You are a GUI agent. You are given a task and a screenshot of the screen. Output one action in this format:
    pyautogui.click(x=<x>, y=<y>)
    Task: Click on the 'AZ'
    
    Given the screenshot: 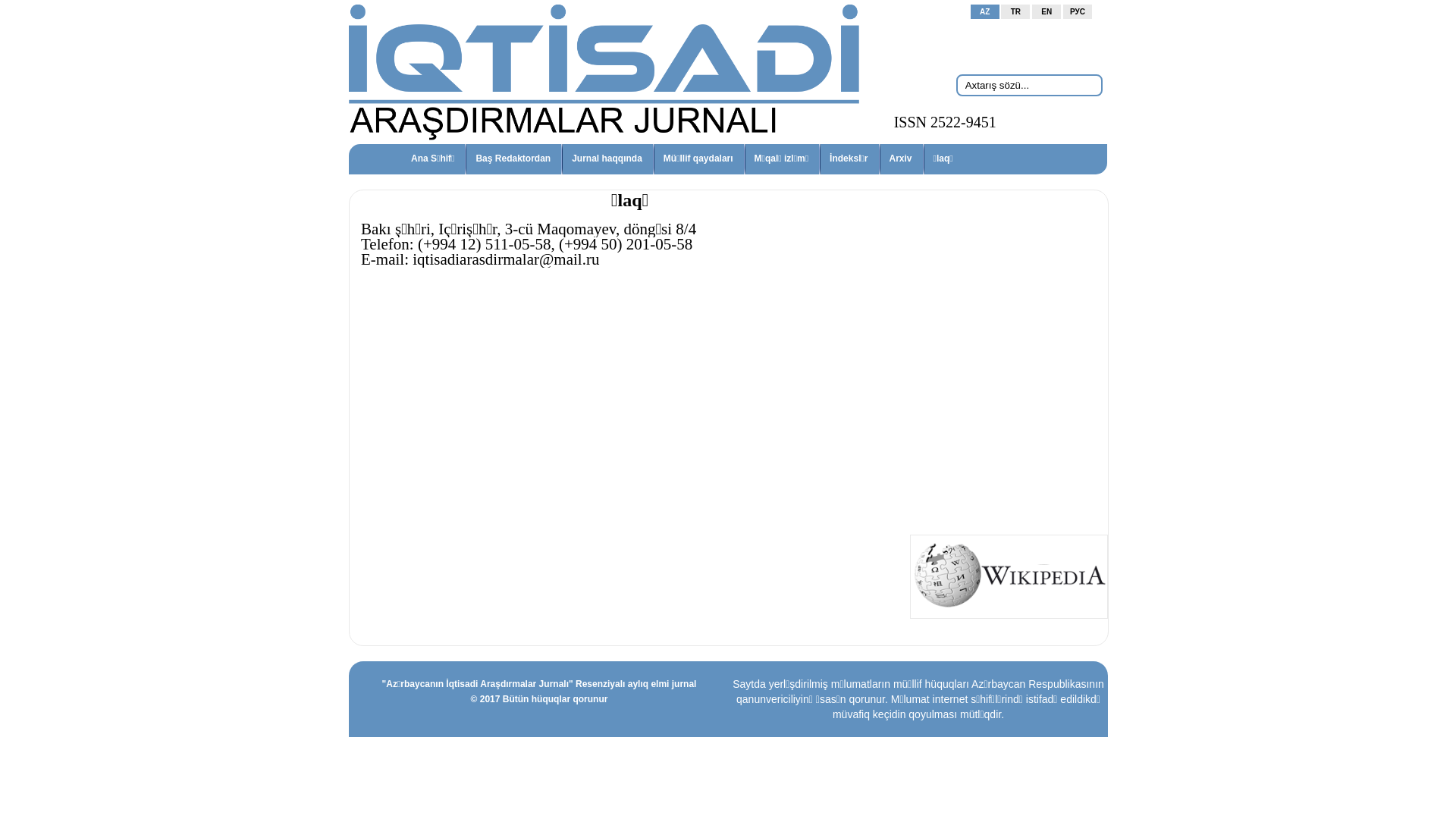 What is the action you would take?
    pyautogui.click(x=985, y=11)
    